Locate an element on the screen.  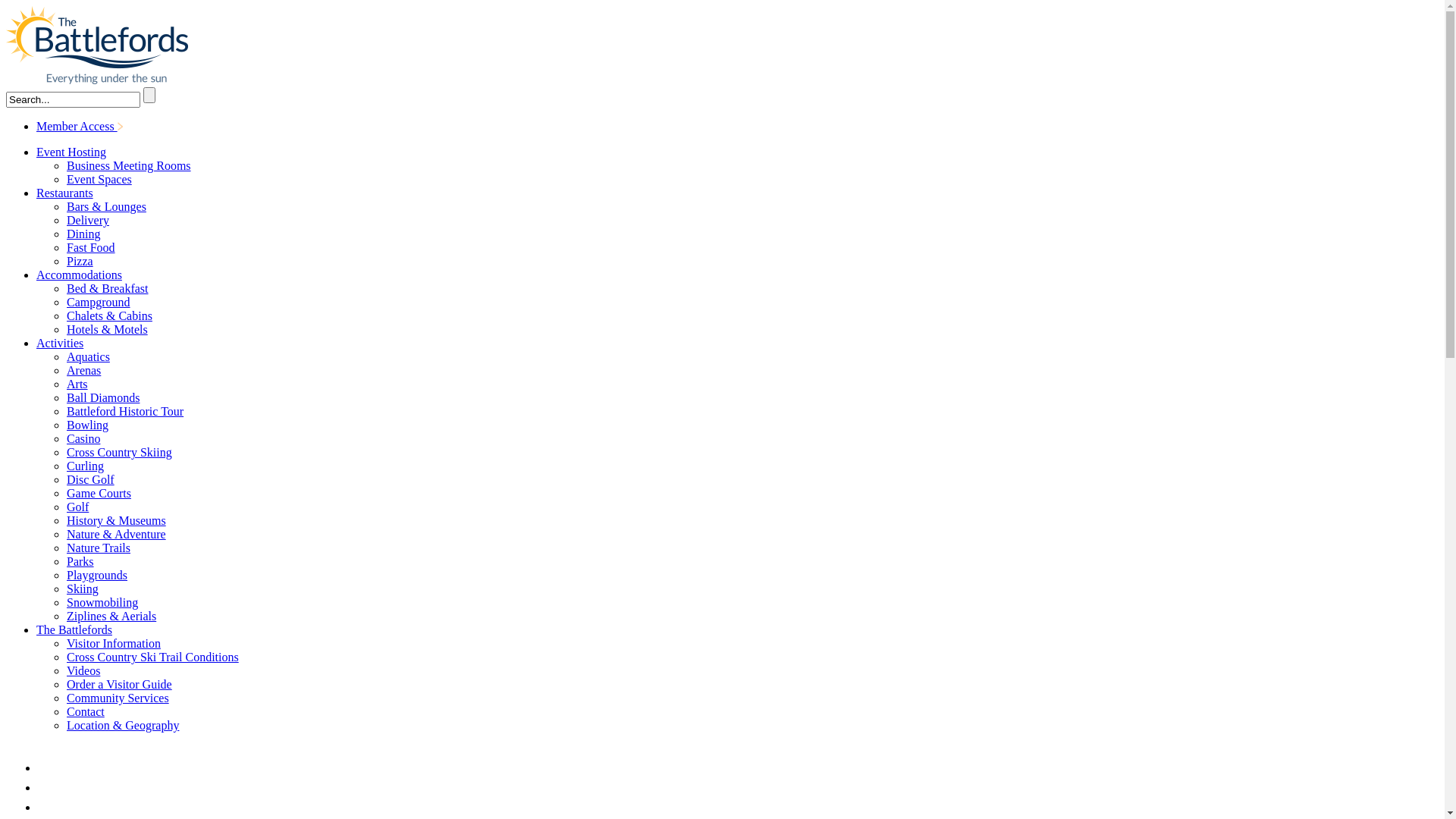
'Fast Food' is located at coordinates (90, 246).